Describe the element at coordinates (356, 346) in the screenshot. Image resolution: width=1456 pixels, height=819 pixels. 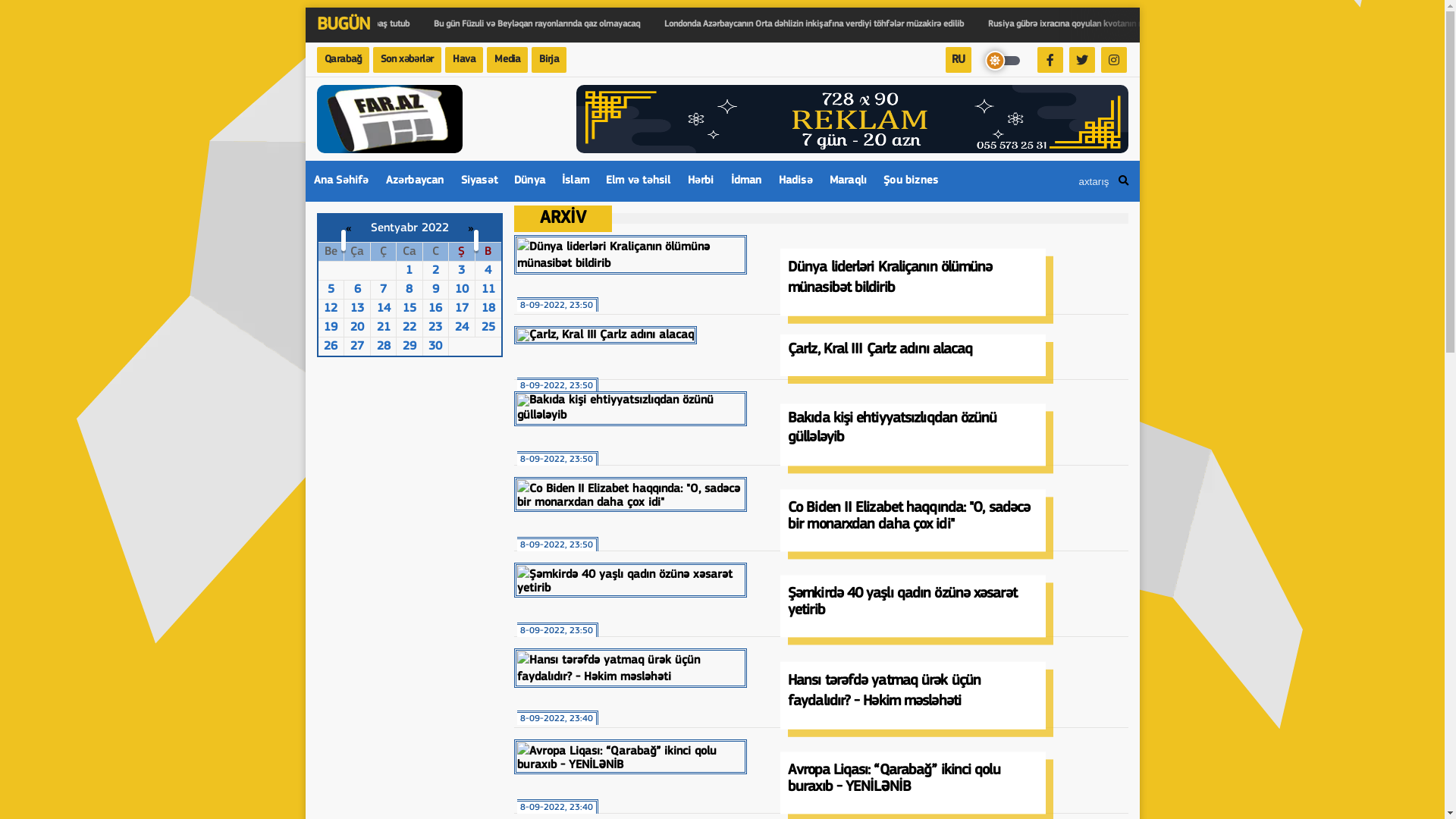
I see `'27'` at that location.